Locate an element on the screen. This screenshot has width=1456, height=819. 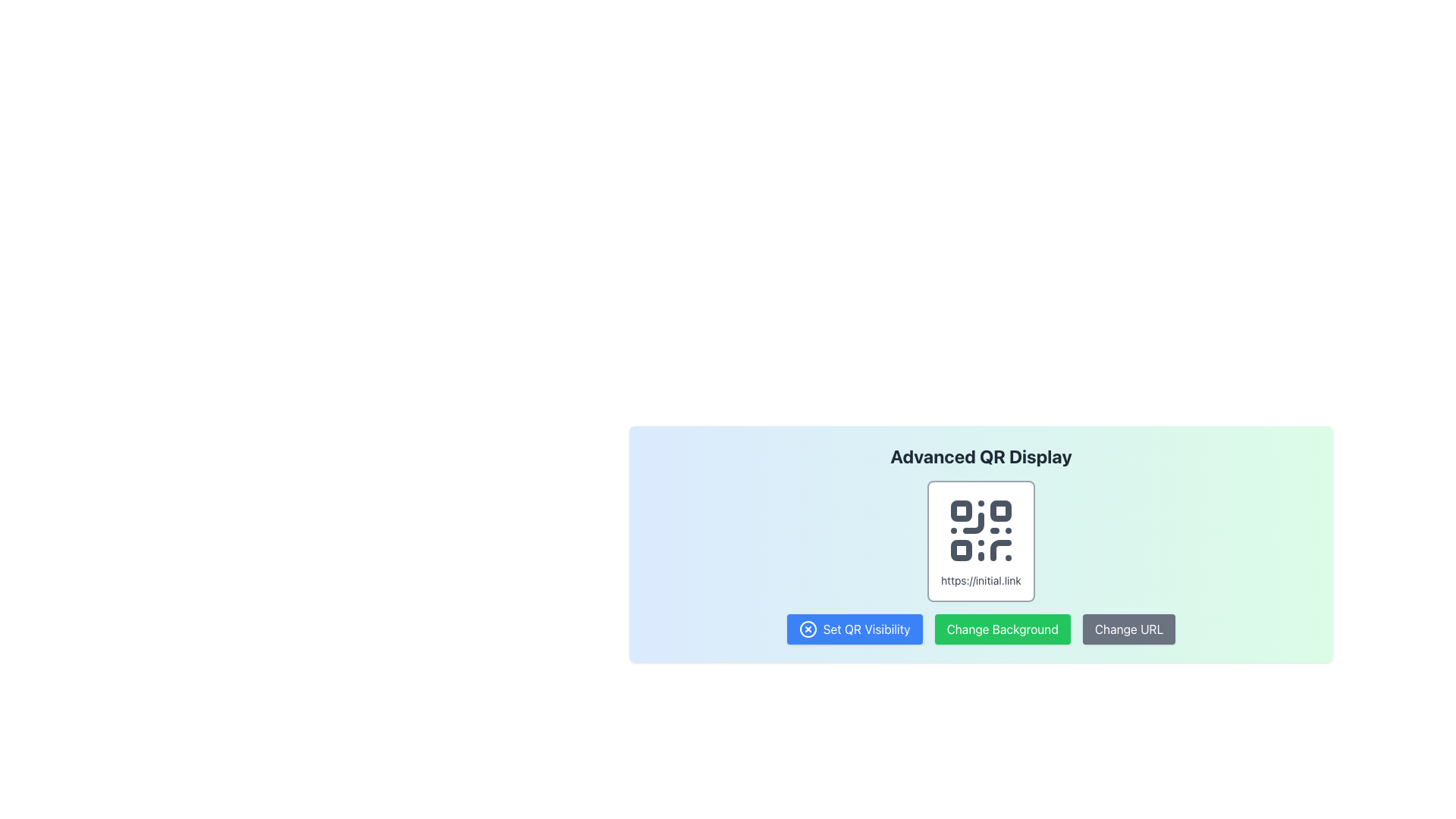
the circular icon element that signifies a cancel action, located within the bottom-left part of the interface is located at coordinates (807, 629).